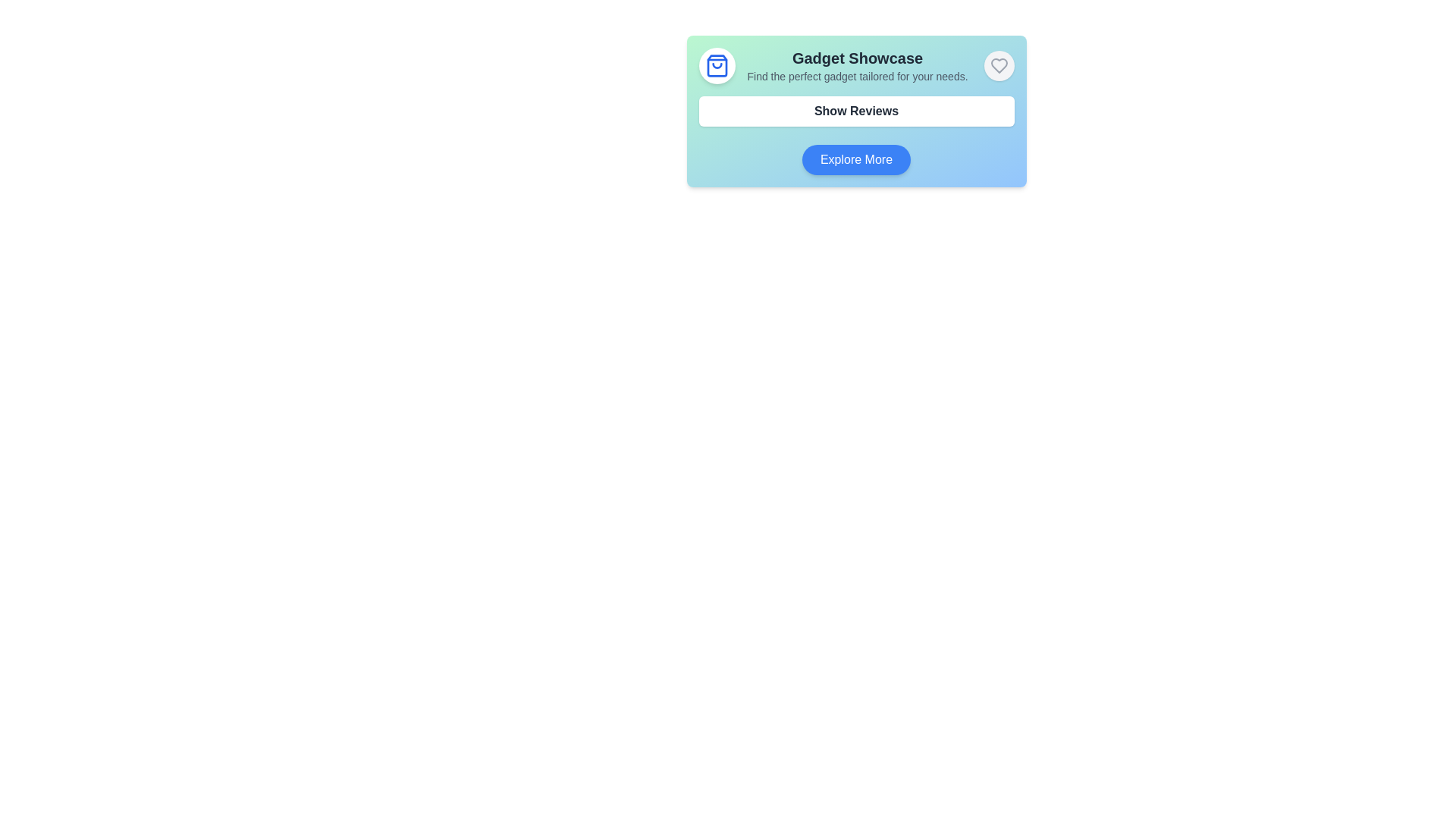  What do you see at coordinates (856, 110) in the screenshot?
I see `the informational and interactive panel promoting gadgets, which includes a title, subtitle, and call-to-action buttons` at bounding box center [856, 110].